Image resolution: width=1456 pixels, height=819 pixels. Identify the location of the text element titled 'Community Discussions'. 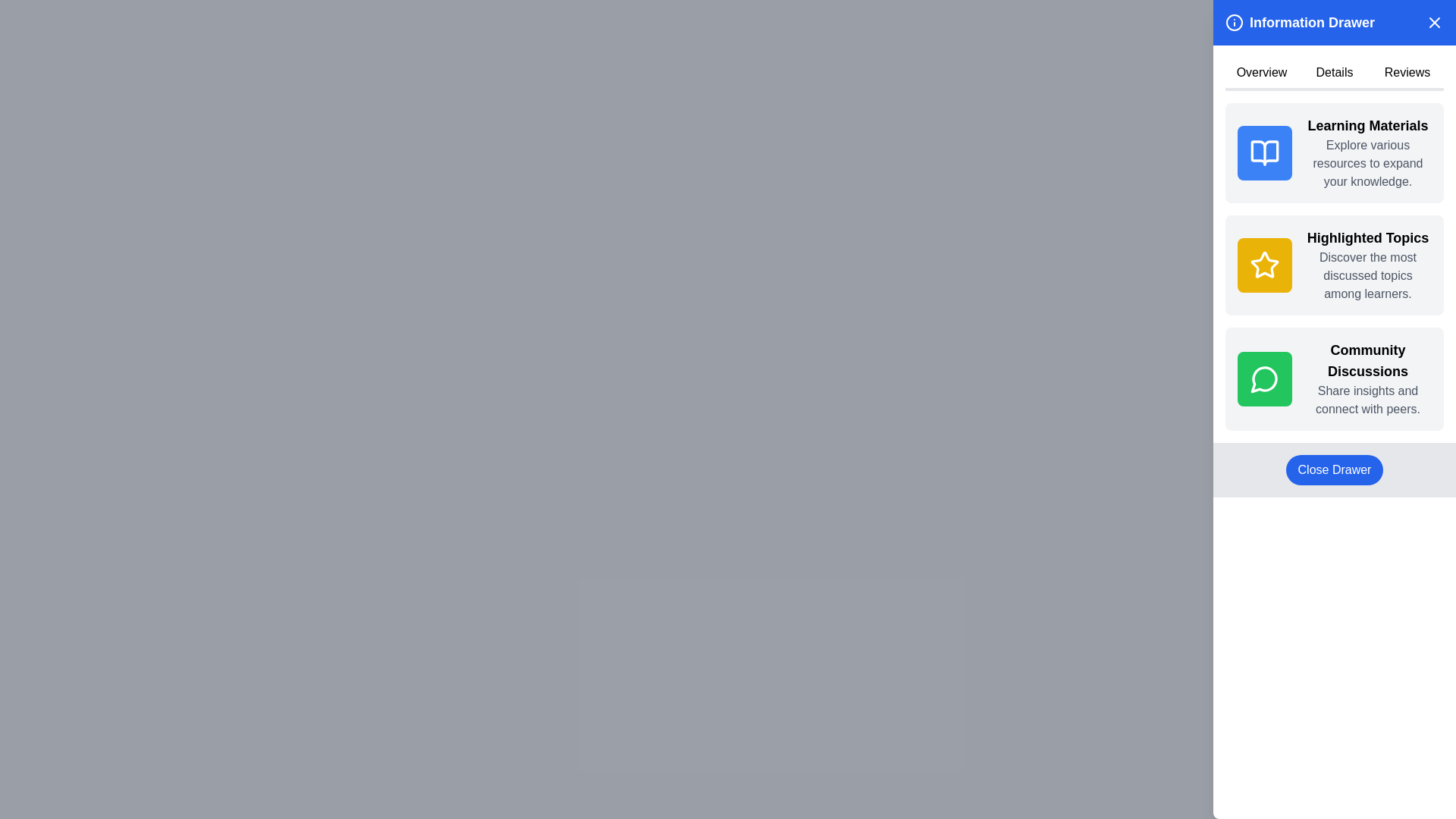
(1368, 378).